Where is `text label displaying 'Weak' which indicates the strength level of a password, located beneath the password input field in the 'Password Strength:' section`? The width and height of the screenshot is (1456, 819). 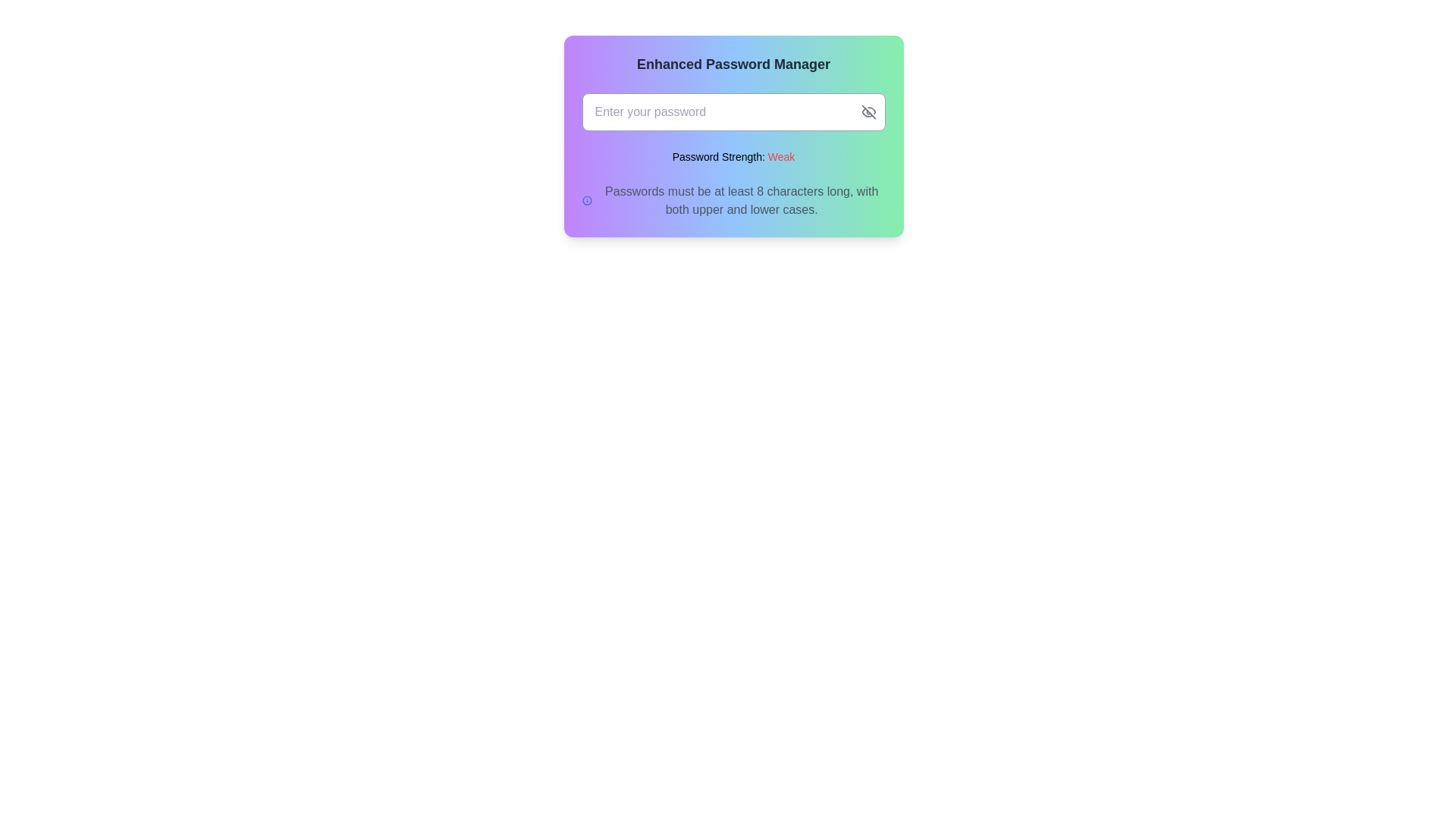
text label displaying 'Weak' which indicates the strength level of a password, located beneath the password input field in the 'Password Strength:' section is located at coordinates (781, 157).